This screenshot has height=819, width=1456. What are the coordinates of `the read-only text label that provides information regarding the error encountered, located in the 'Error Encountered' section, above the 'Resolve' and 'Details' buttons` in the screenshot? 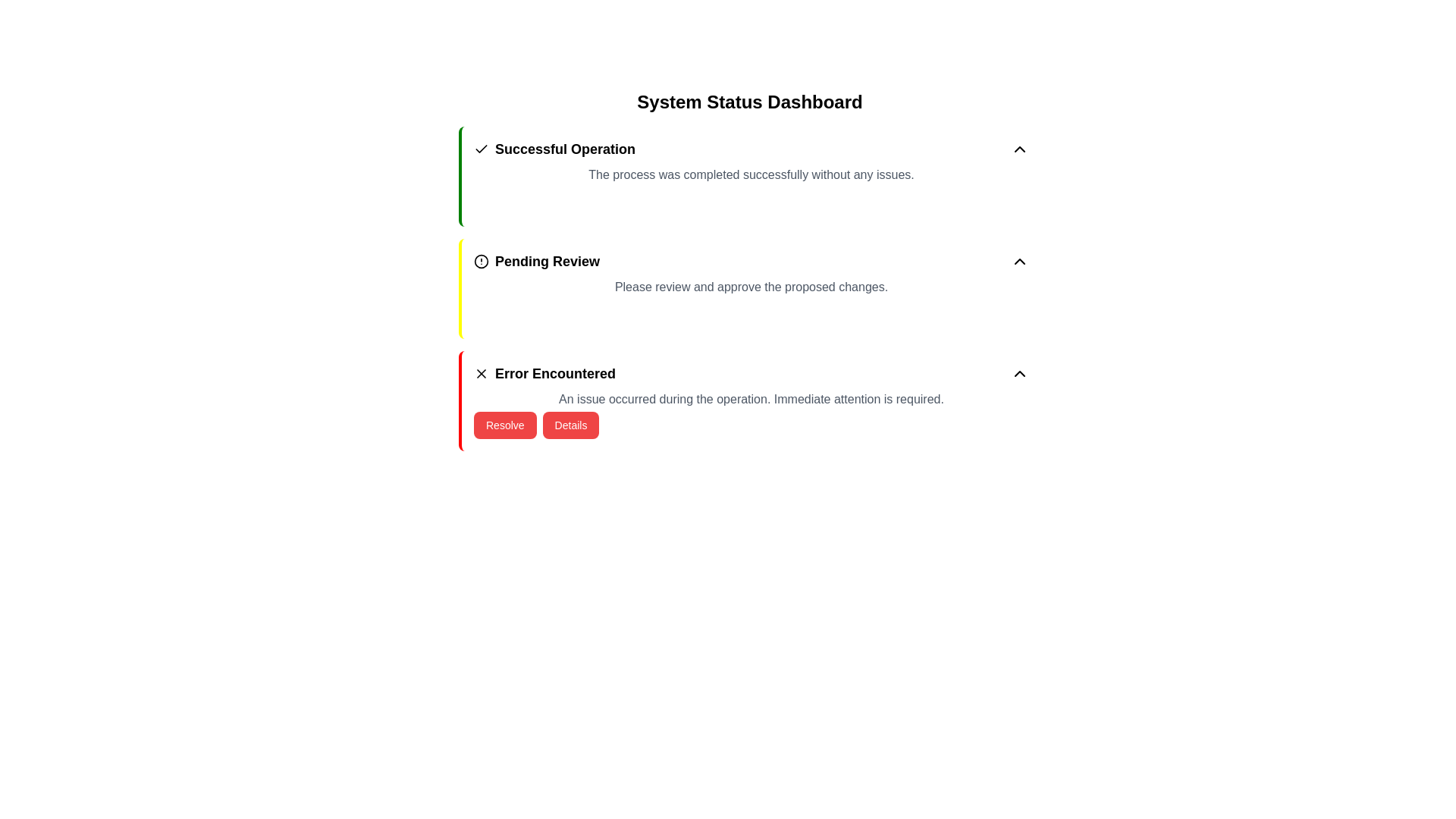 It's located at (751, 399).